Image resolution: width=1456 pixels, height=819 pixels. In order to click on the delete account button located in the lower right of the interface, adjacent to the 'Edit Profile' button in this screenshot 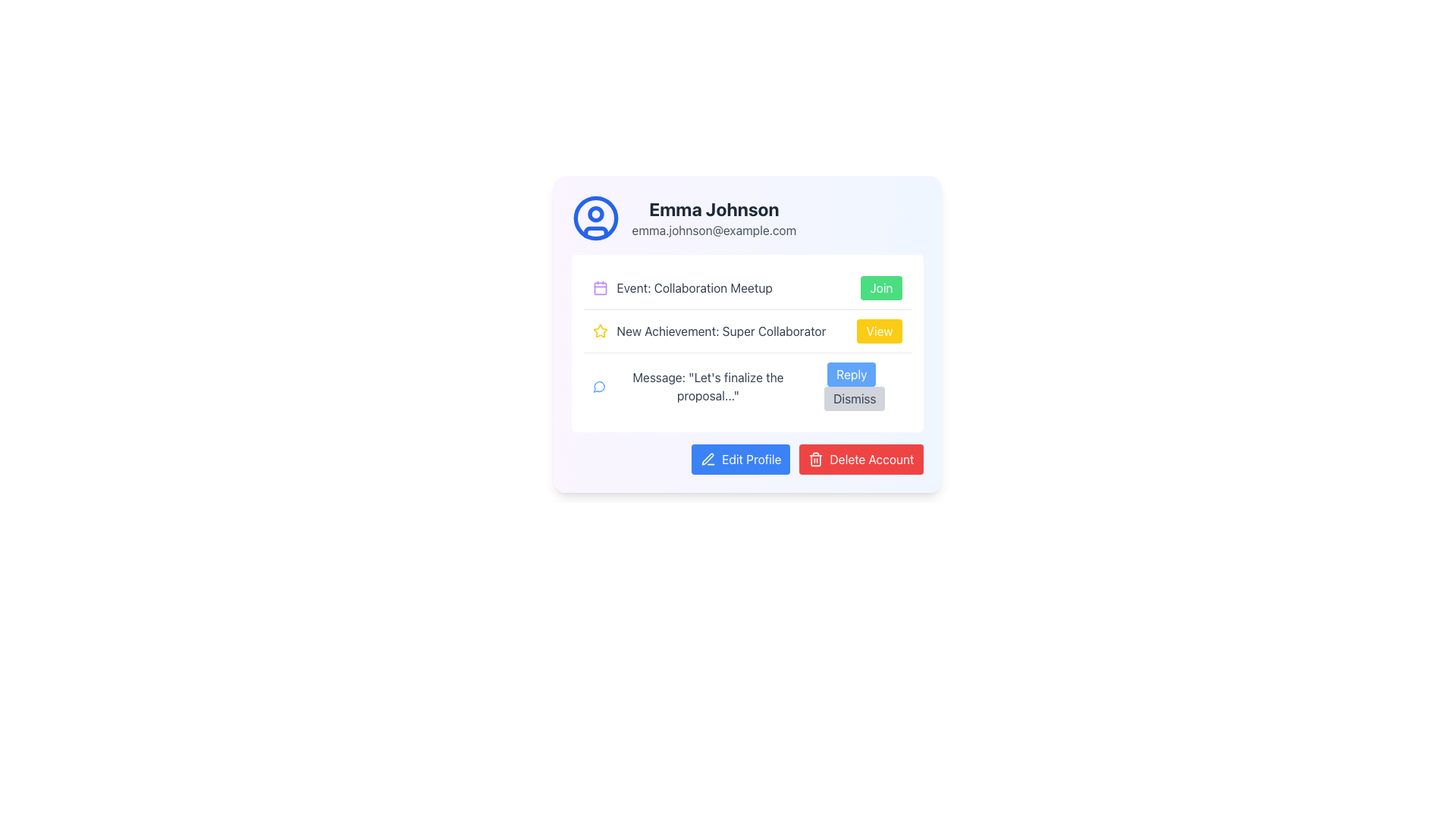, I will do `click(861, 458)`.